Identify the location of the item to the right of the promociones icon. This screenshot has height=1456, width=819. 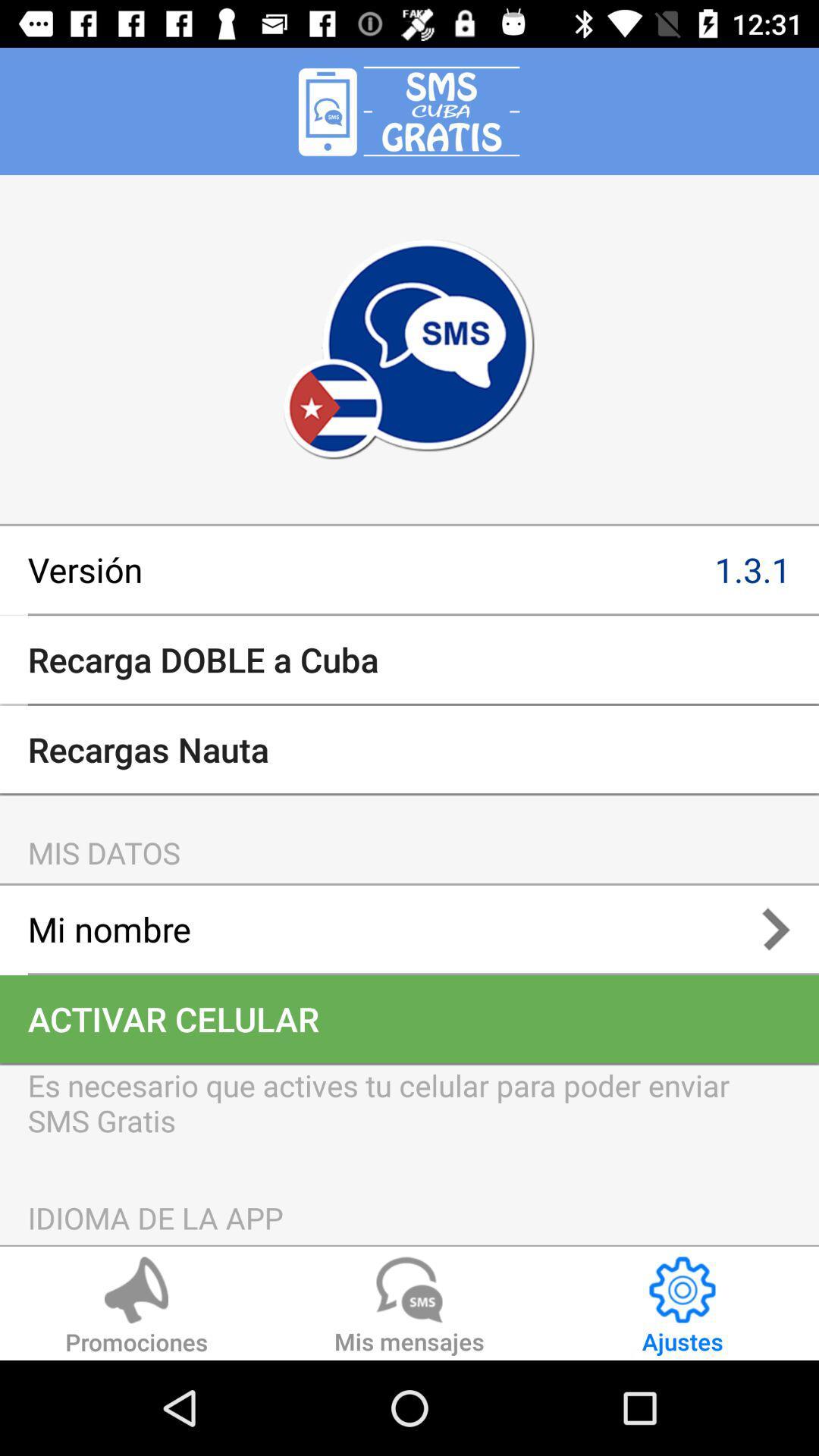
(409, 1307).